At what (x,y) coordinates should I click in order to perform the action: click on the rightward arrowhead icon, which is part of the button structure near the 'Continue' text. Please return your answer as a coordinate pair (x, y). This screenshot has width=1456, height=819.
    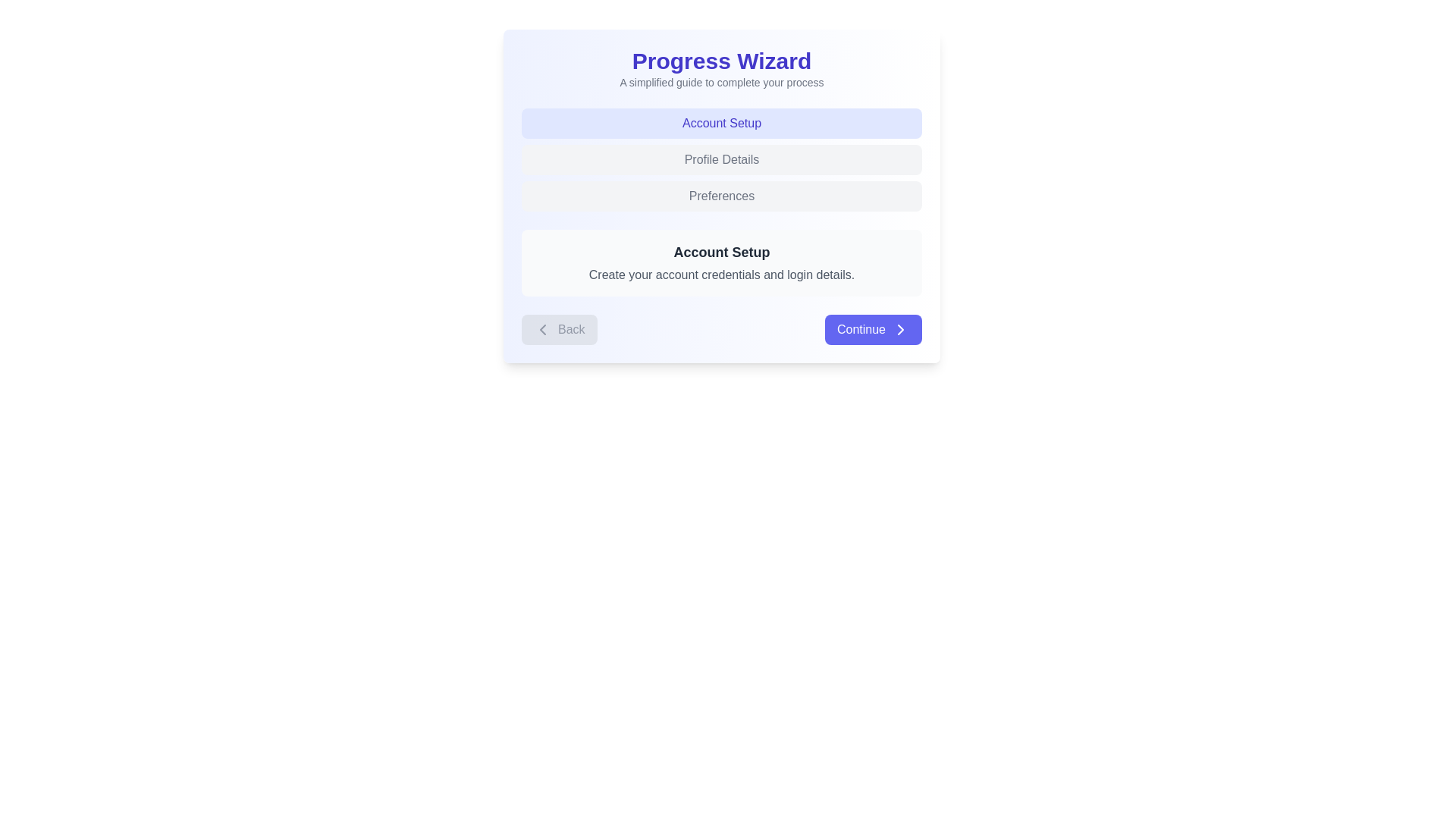
    Looking at the image, I should click on (901, 329).